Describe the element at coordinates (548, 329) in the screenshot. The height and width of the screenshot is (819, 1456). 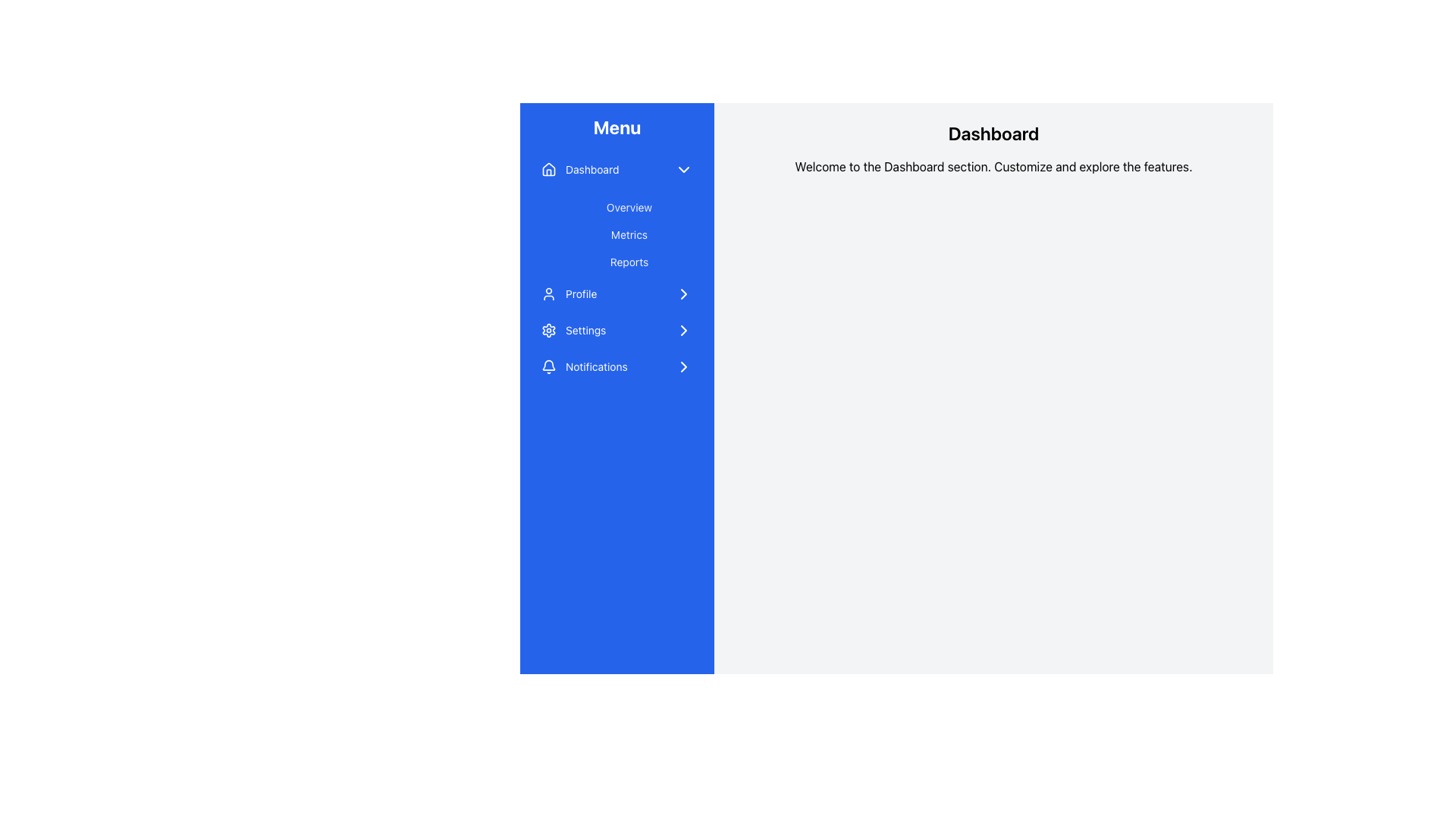
I see `the gear-shaped icon representing settings, located in the vertical menu bar` at that location.